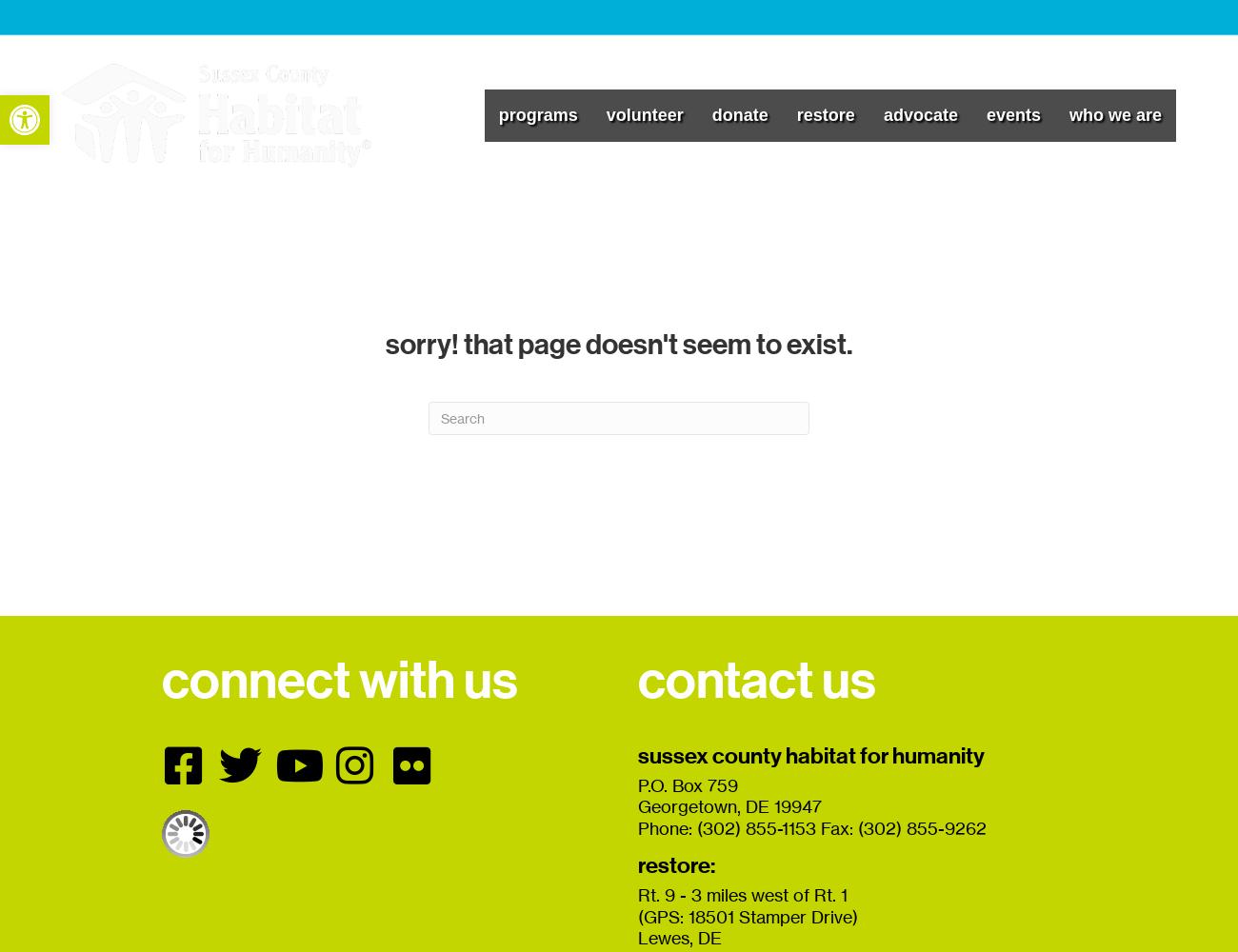 This screenshot has width=1238, height=952. I want to click on 'contact us', so click(755, 678).